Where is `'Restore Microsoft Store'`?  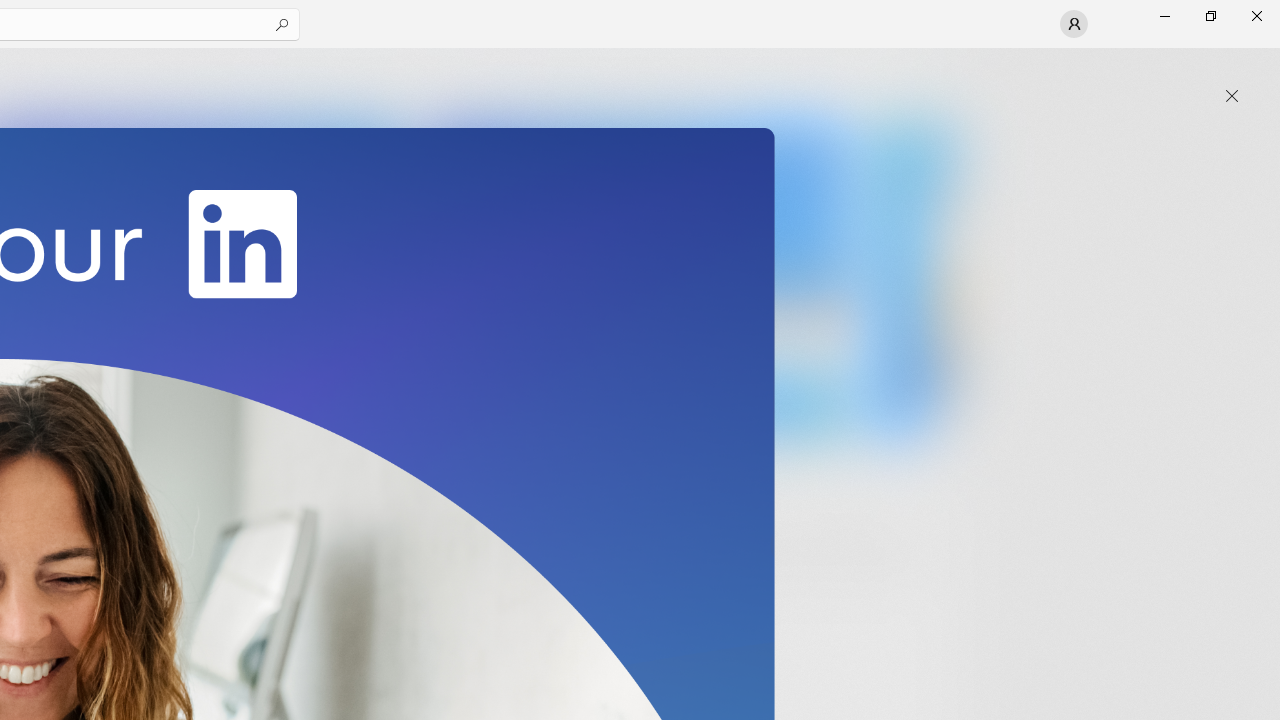
'Restore Microsoft Store' is located at coordinates (1209, 15).